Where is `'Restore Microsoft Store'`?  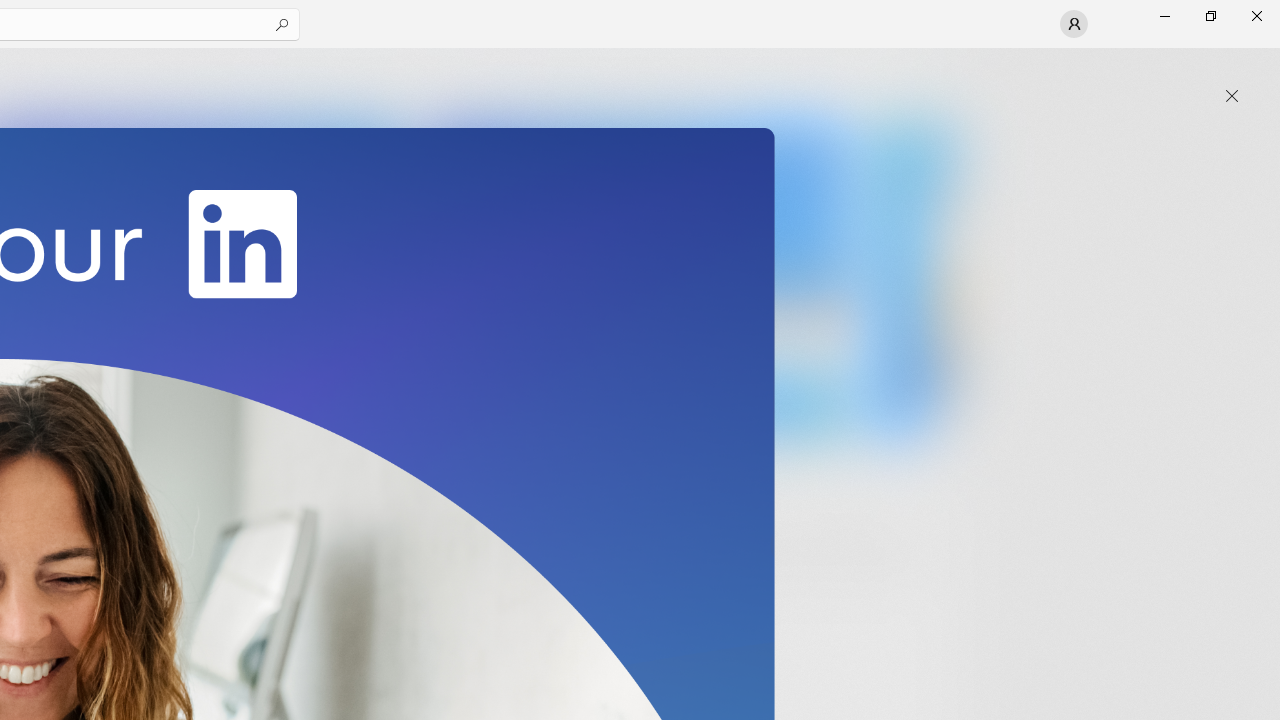
'Restore Microsoft Store' is located at coordinates (1209, 15).